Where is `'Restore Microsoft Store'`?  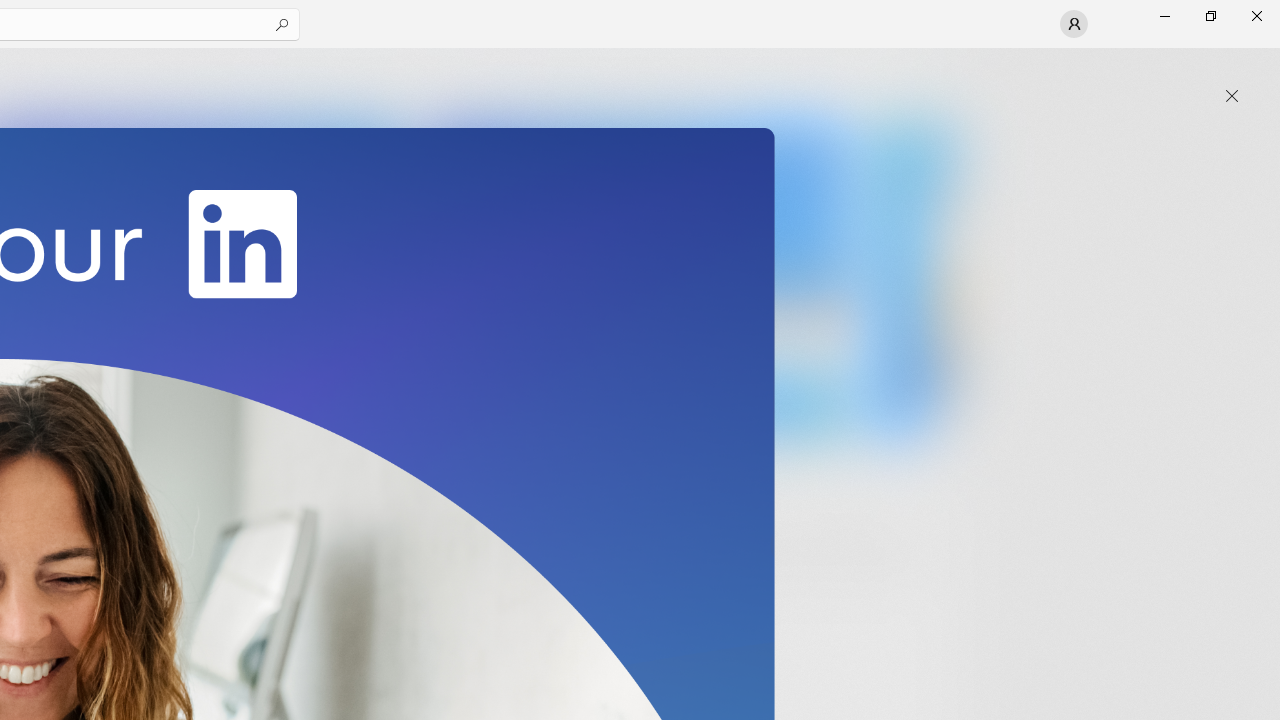
'Restore Microsoft Store' is located at coordinates (1209, 15).